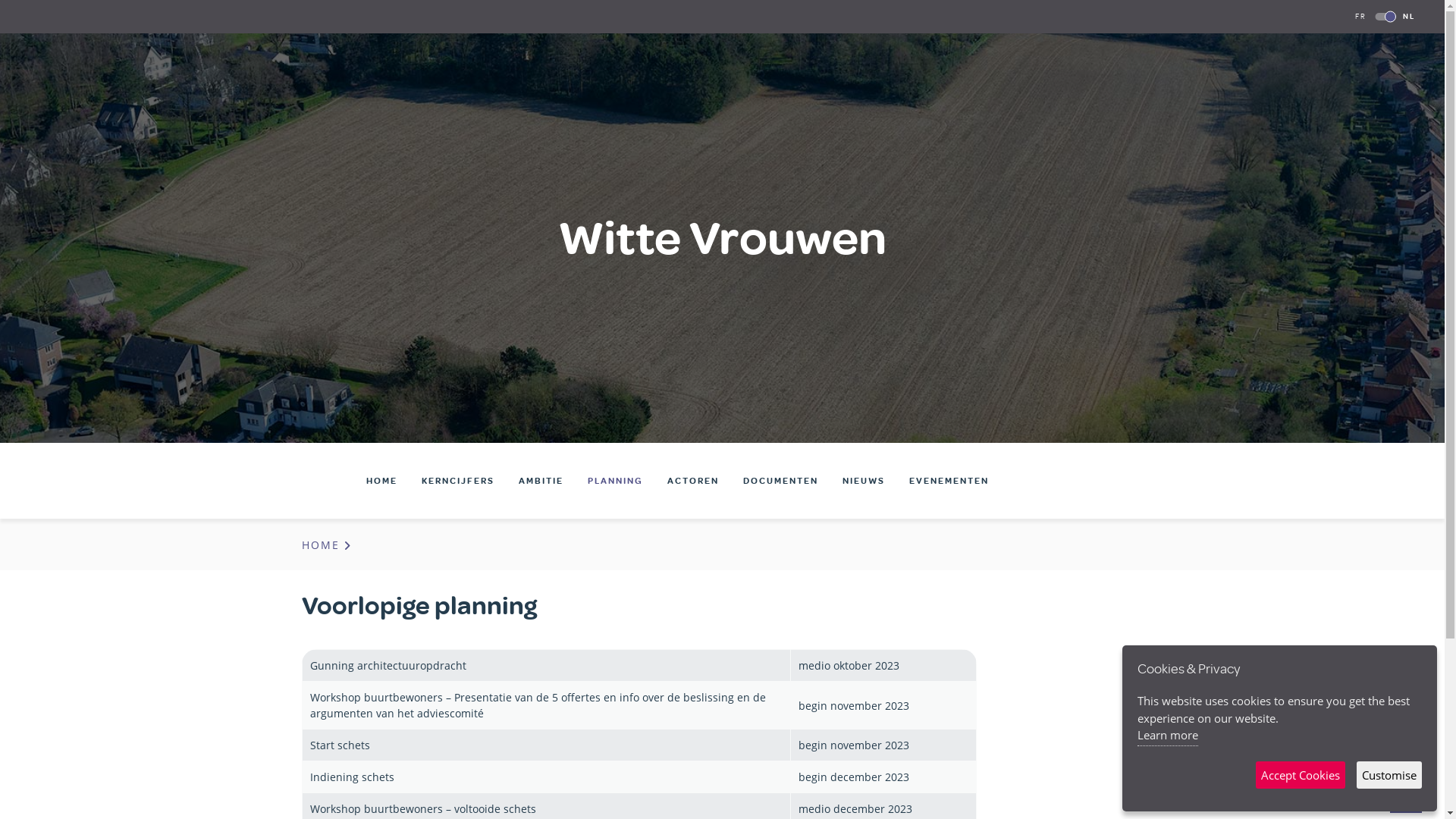  What do you see at coordinates (692, 480) in the screenshot?
I see `'ACTOREN'` at bounding box center [692, 480].